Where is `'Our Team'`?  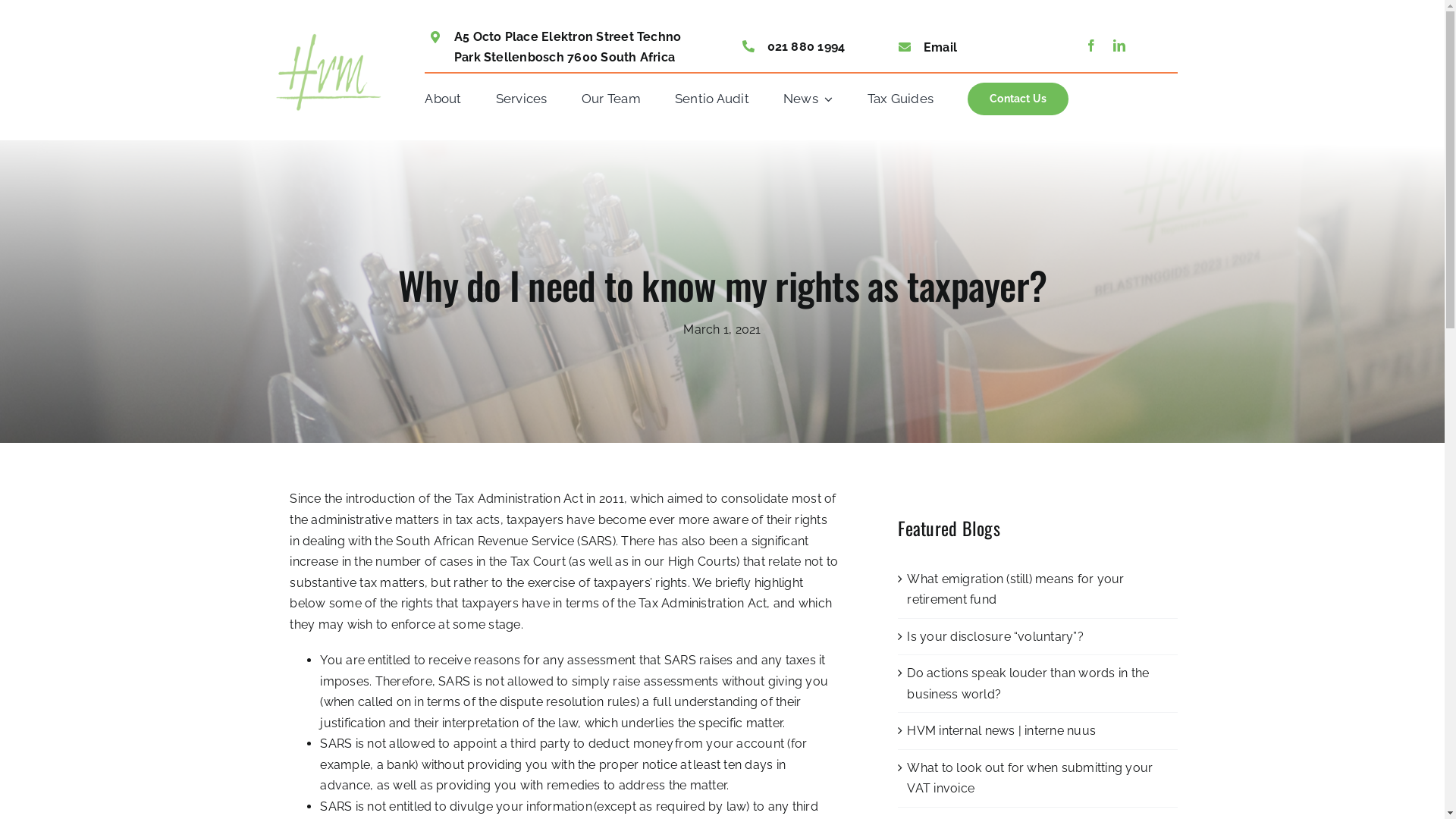
'Our Team' is located at coordinates (611, 99).